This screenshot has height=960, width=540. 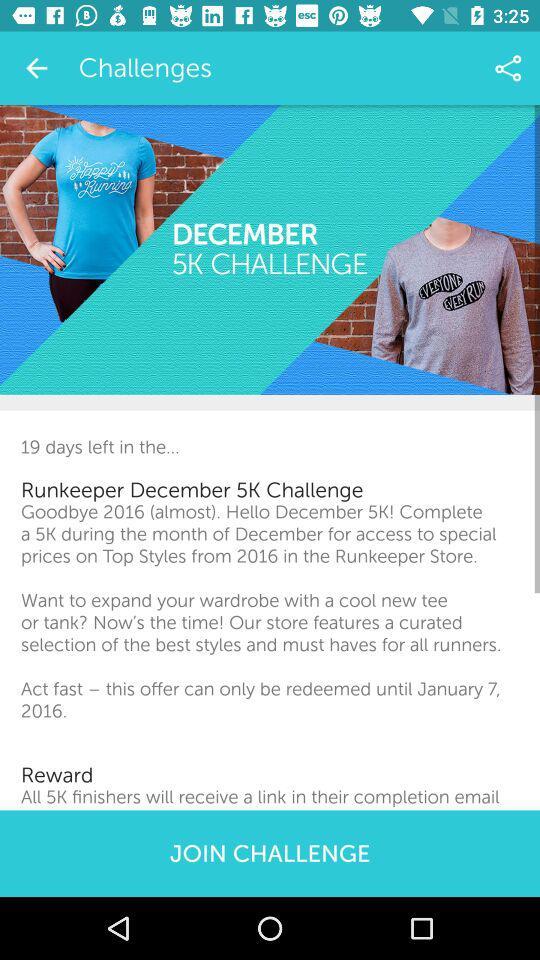 I want to click on the item at the top right corner, so click(x=508, y=68).